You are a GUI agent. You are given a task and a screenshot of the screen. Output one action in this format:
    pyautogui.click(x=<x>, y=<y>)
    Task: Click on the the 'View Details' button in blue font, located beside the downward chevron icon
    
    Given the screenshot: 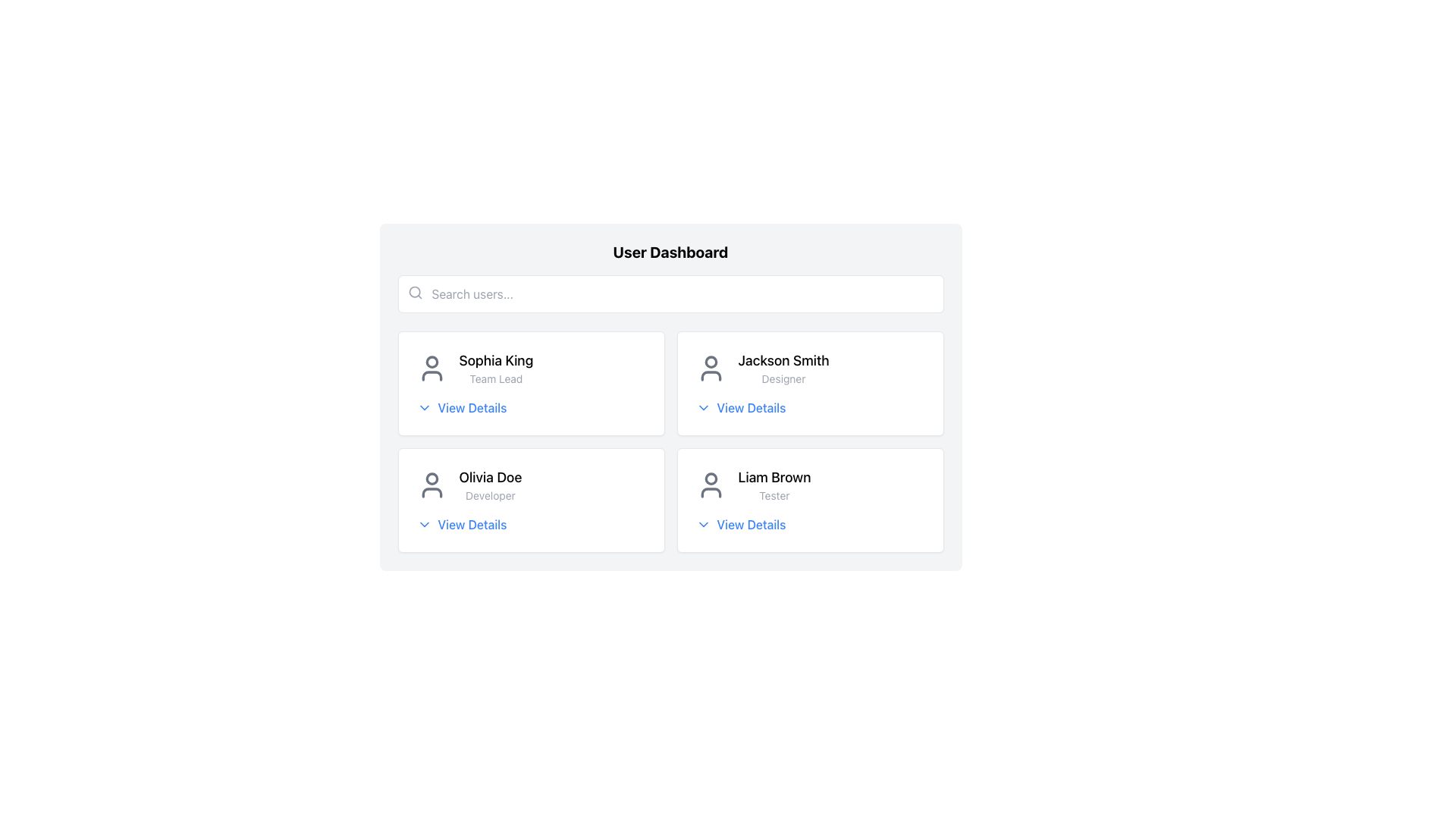 What is the action you would take?
    pyautogui.click(x=741, y=406)
    